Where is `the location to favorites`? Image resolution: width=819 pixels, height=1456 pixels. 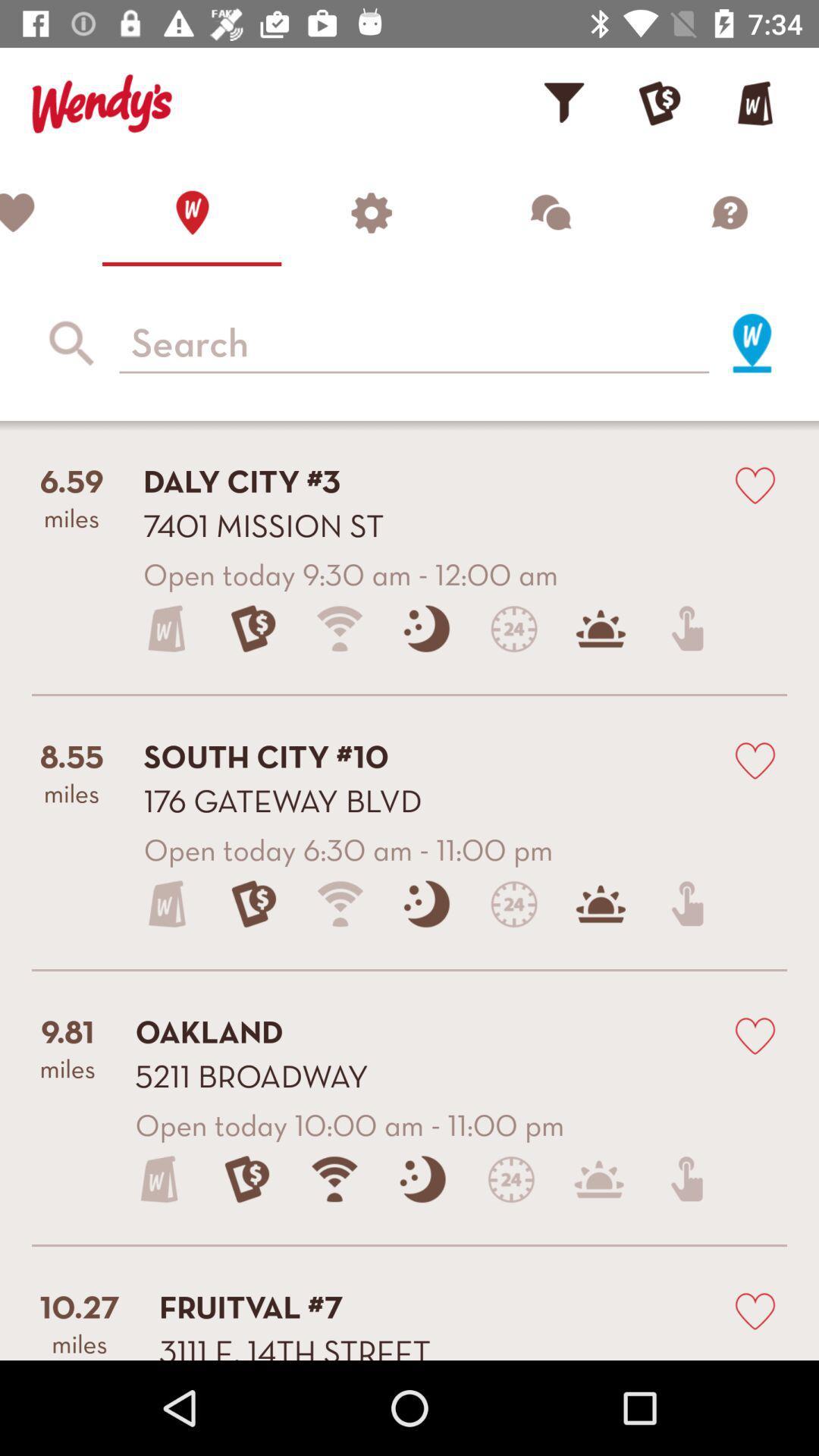 the location to favorites is located at coordinates (755, 760).